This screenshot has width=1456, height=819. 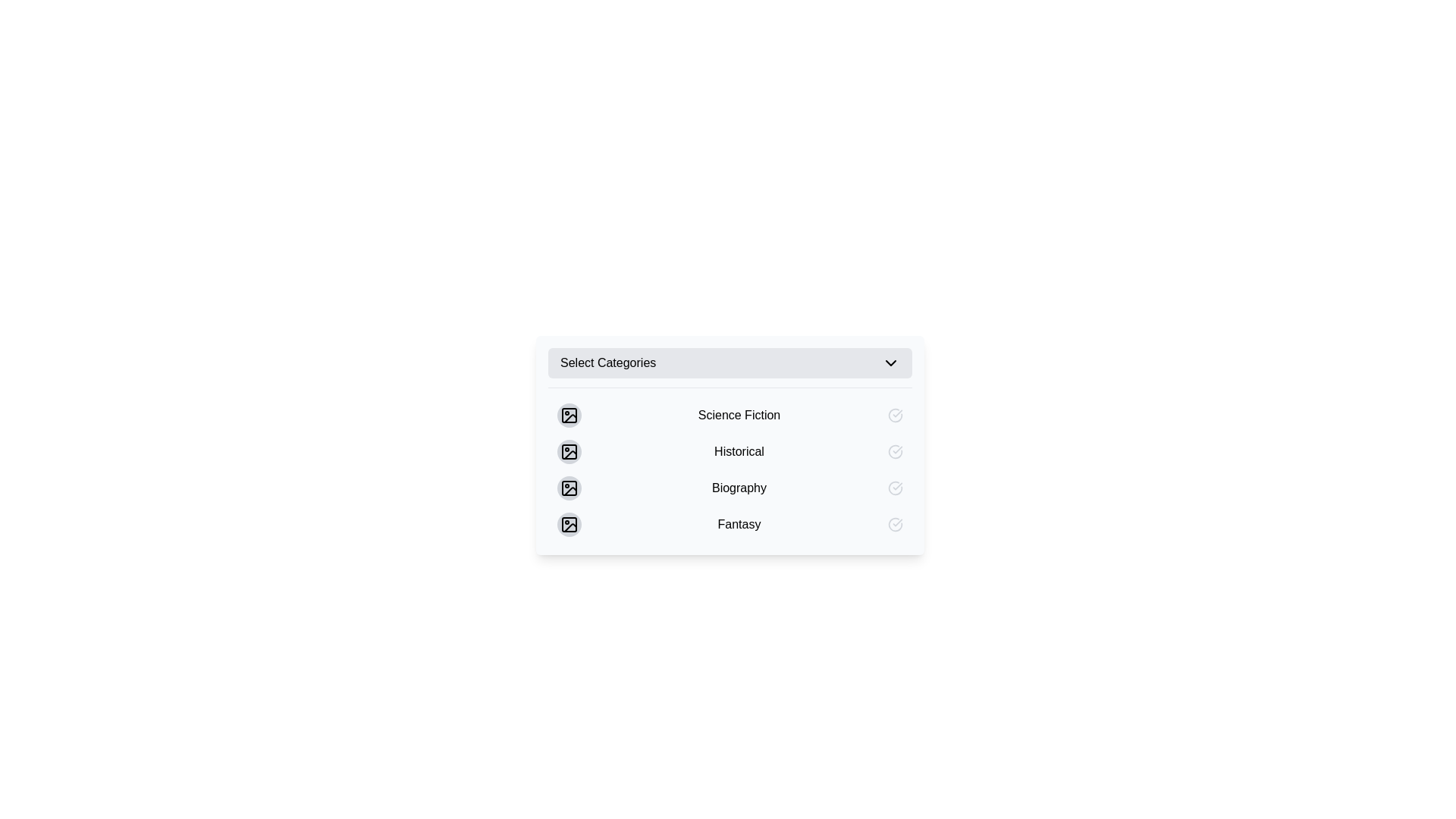 I want to click on the icon representing the 'Historical' category, which is the second item in the list of categories, so click(x=568, y=451).